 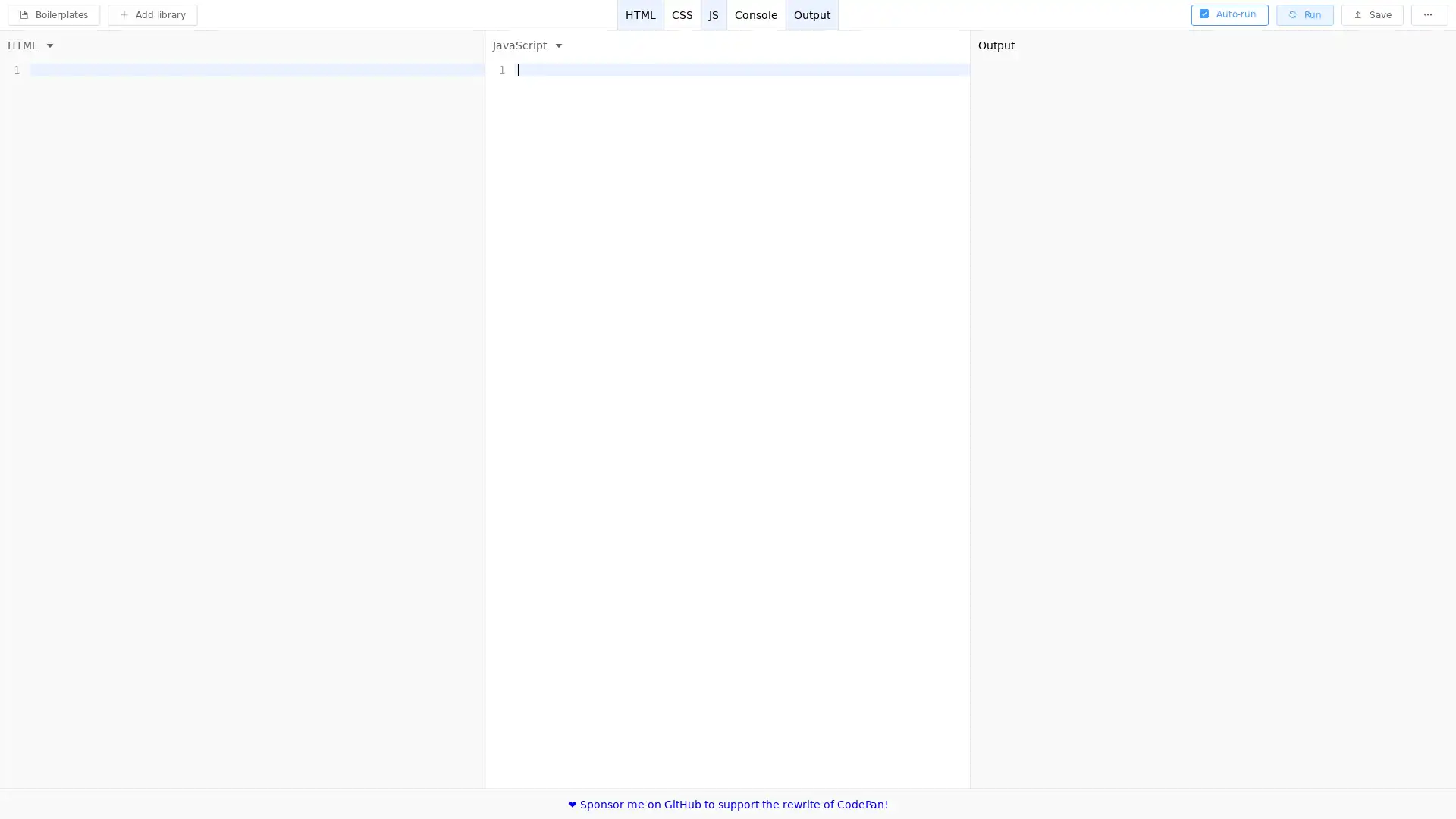 What do you see at coordinates (152, 14) in the screenshot?
I see `Add library` at bounding box center [152, 14].